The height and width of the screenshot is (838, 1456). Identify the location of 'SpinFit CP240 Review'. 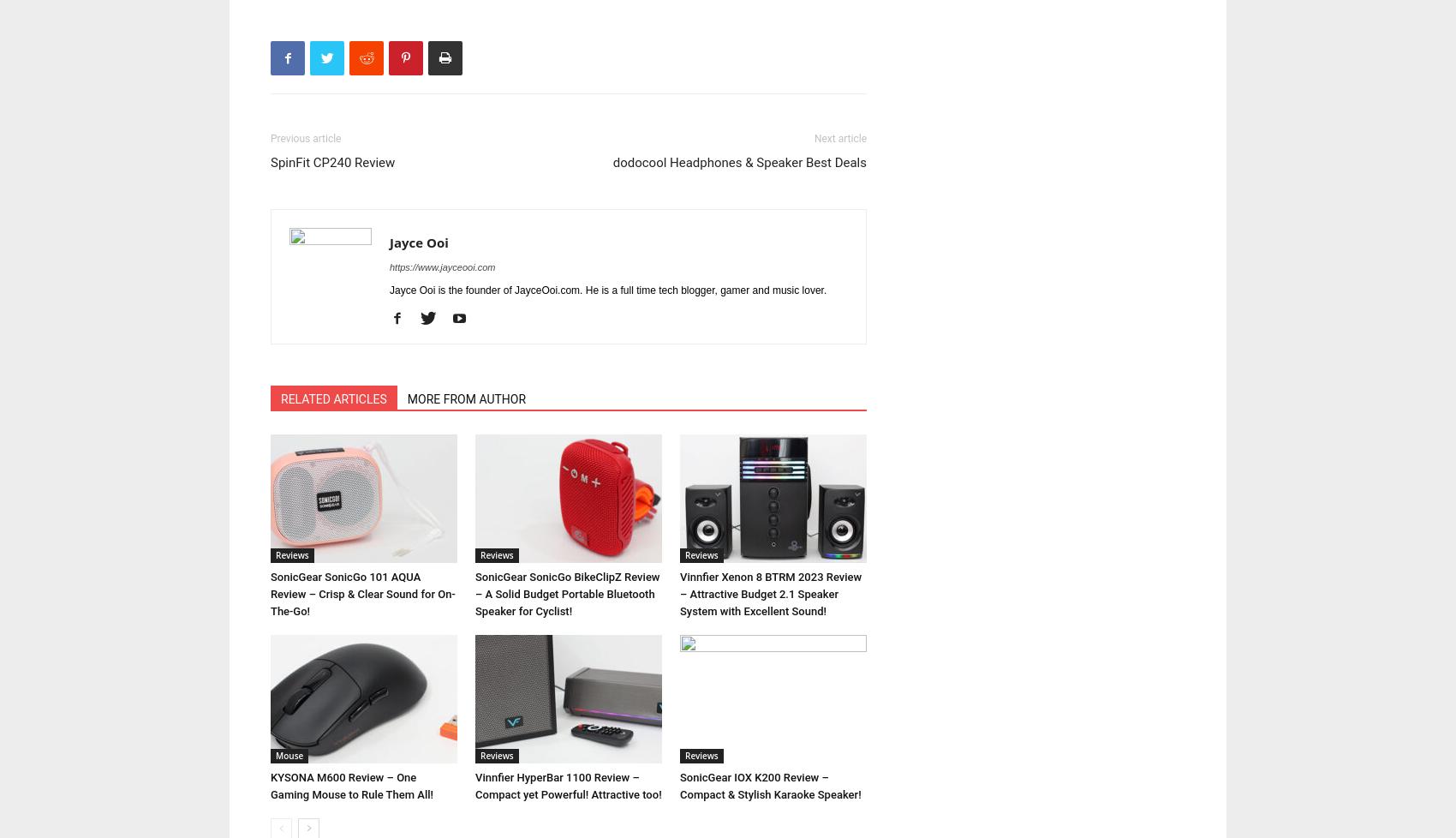
(271, 163).